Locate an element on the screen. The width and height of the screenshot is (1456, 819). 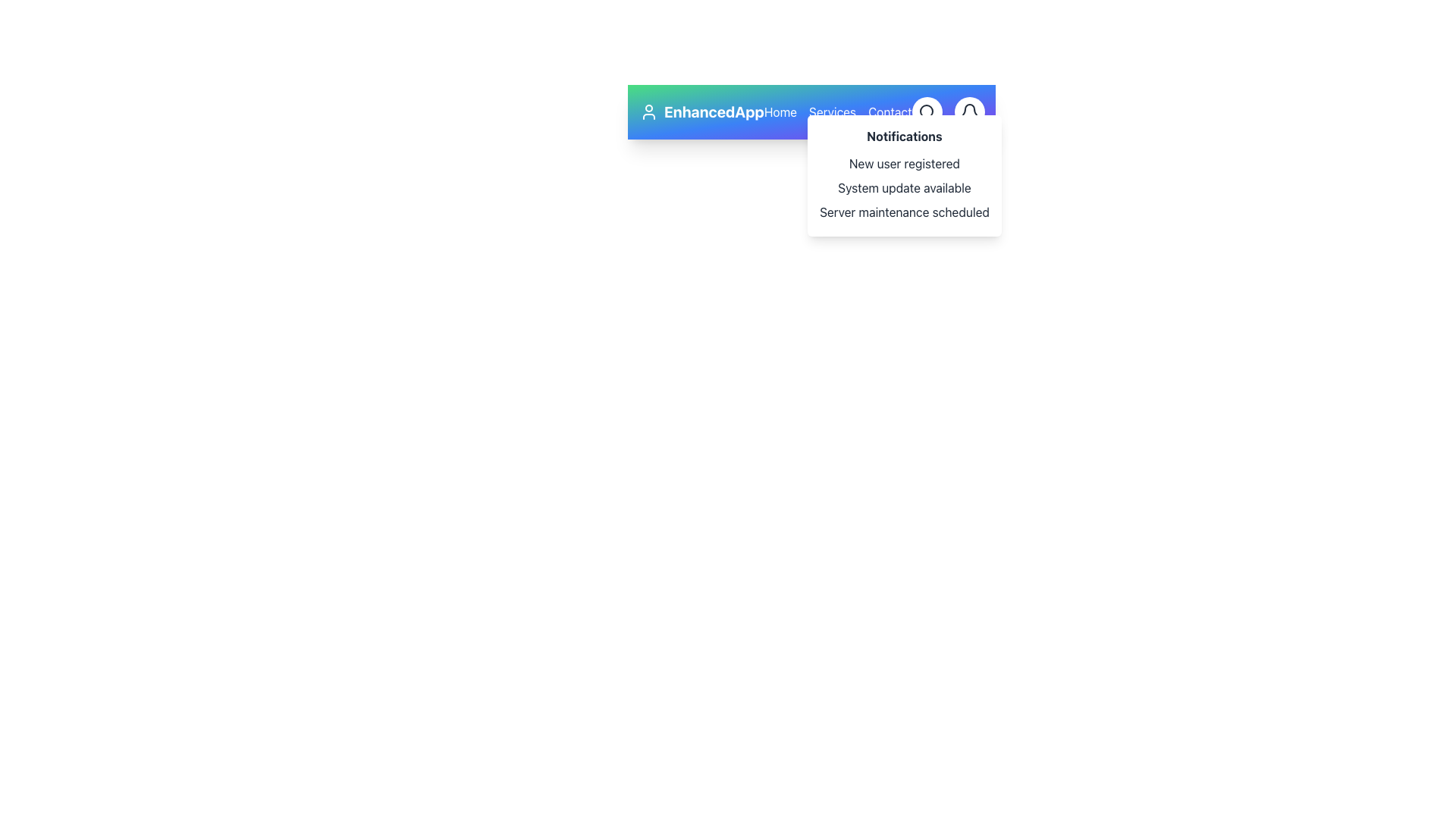
the second text label in the dropdown menu that informs users about an available system update, located between 'New user registered' and 'Server maintenance scheduled' is located at coordinates (905, 187).